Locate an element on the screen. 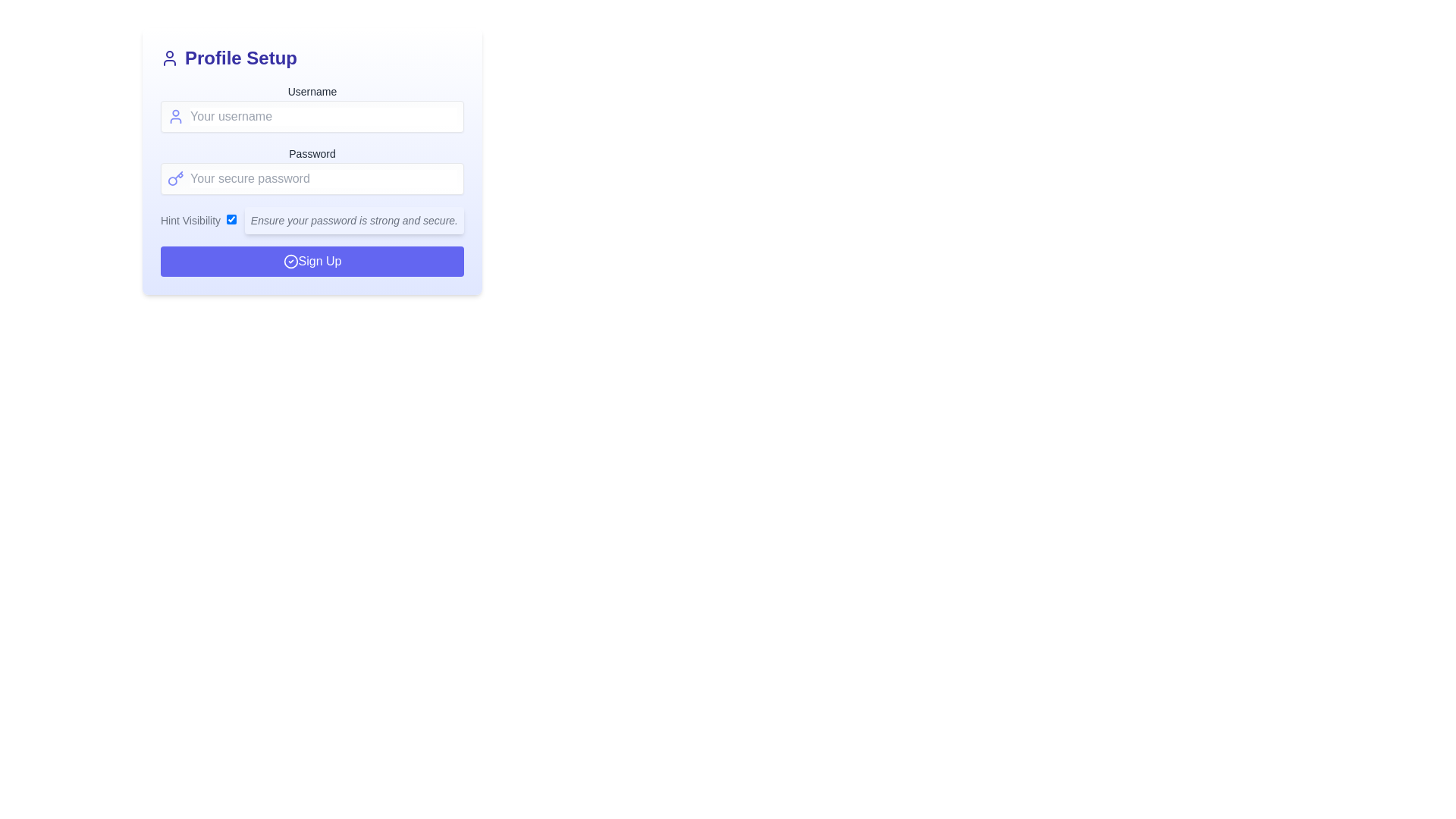 The image size is (1456, 819). the 'Password' label, which is styled in dark gray and positioned above the password input field in the profile setup form is located at coordinates (312, 154).